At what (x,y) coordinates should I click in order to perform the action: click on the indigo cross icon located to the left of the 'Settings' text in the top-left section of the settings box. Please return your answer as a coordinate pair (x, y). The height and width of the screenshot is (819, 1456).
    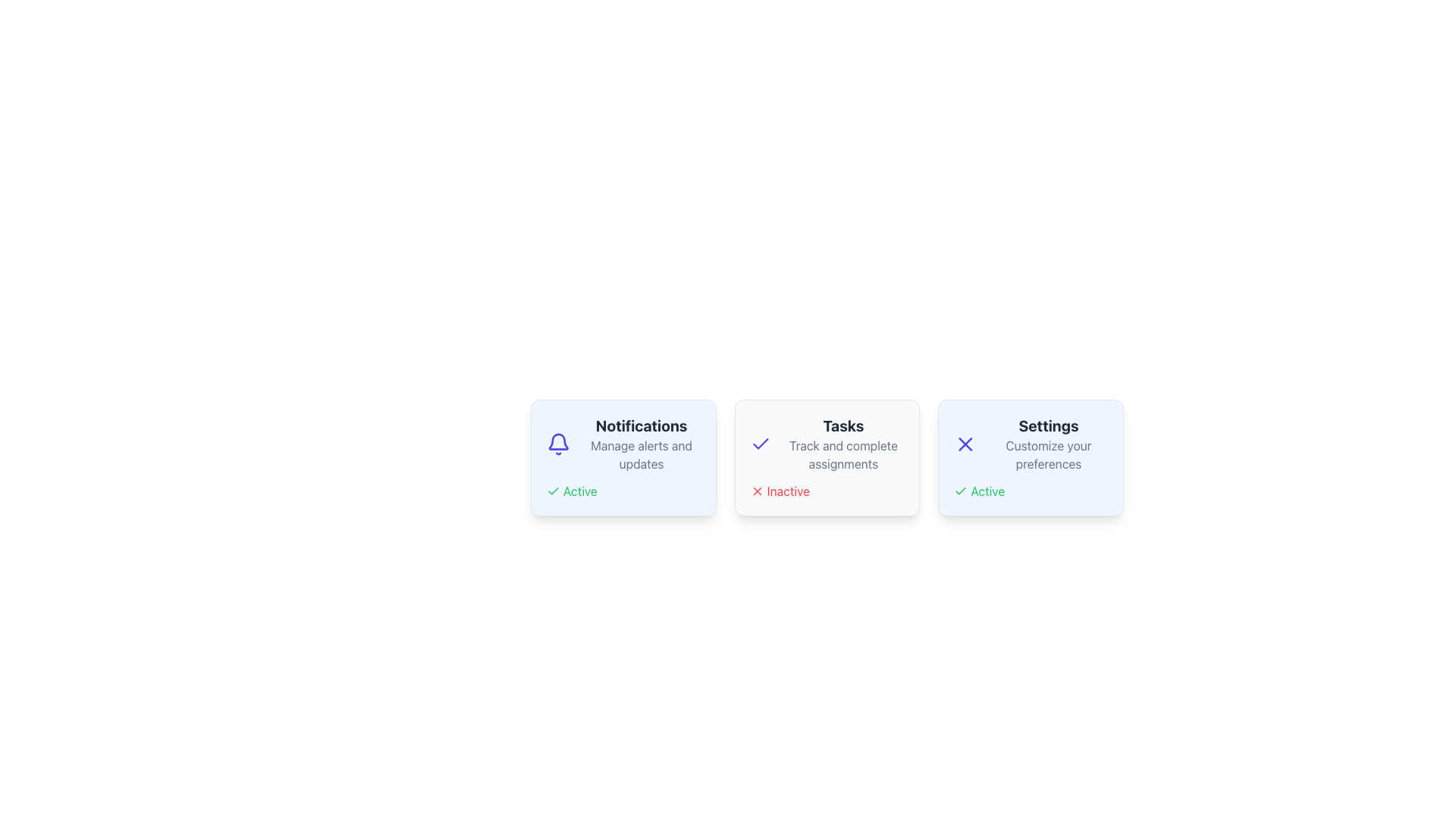
    Looking at the image, I should click on (965, 444).